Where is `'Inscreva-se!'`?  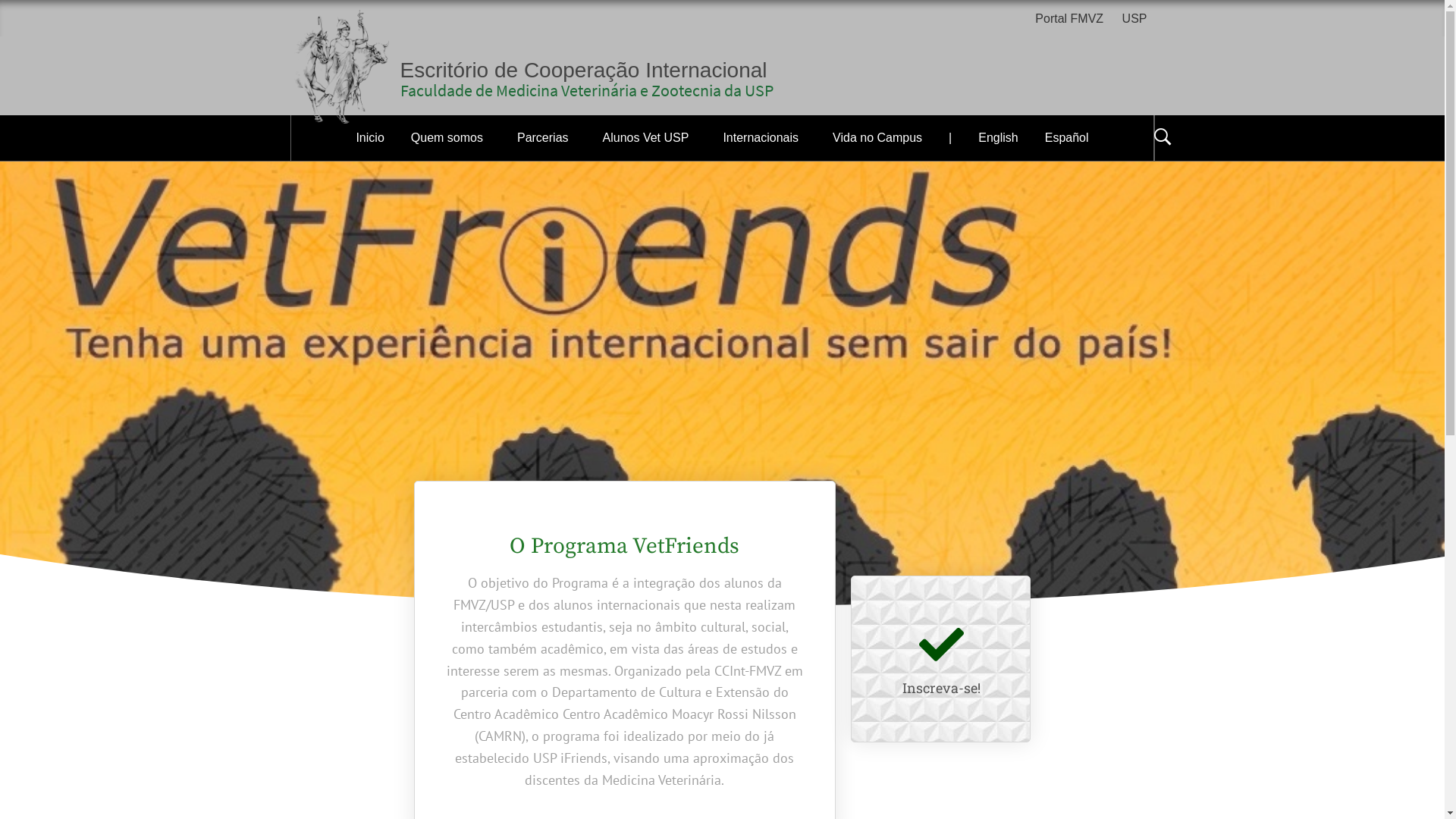
'Inscreva-se!' is located at coordinates (940, 687).